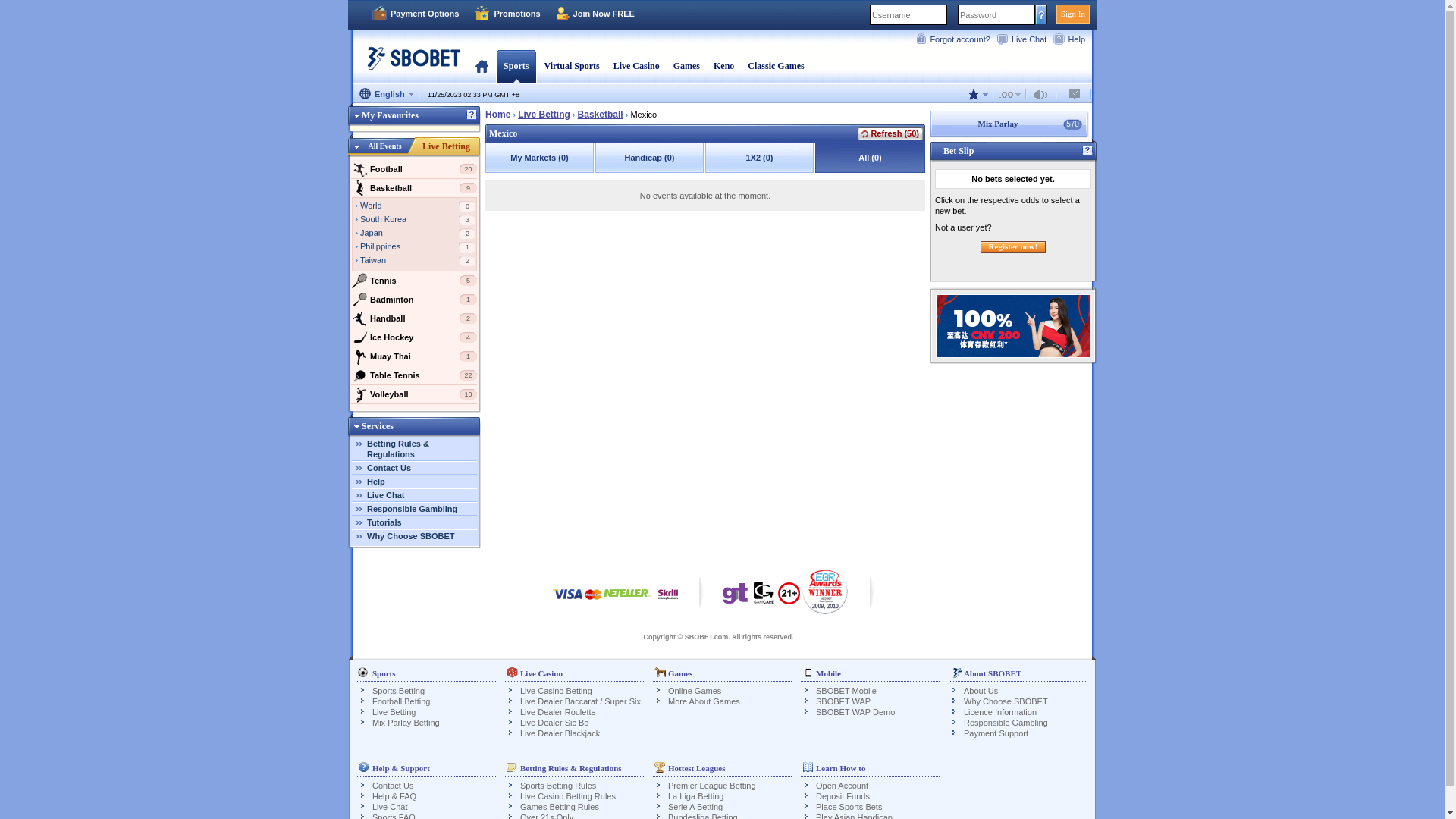 This screenshot has width=1456, height=819. What do you see at coordinates (649, 158) in the screenshot?
I see `'Handicap (0)'` at bounding box center [649, 158].